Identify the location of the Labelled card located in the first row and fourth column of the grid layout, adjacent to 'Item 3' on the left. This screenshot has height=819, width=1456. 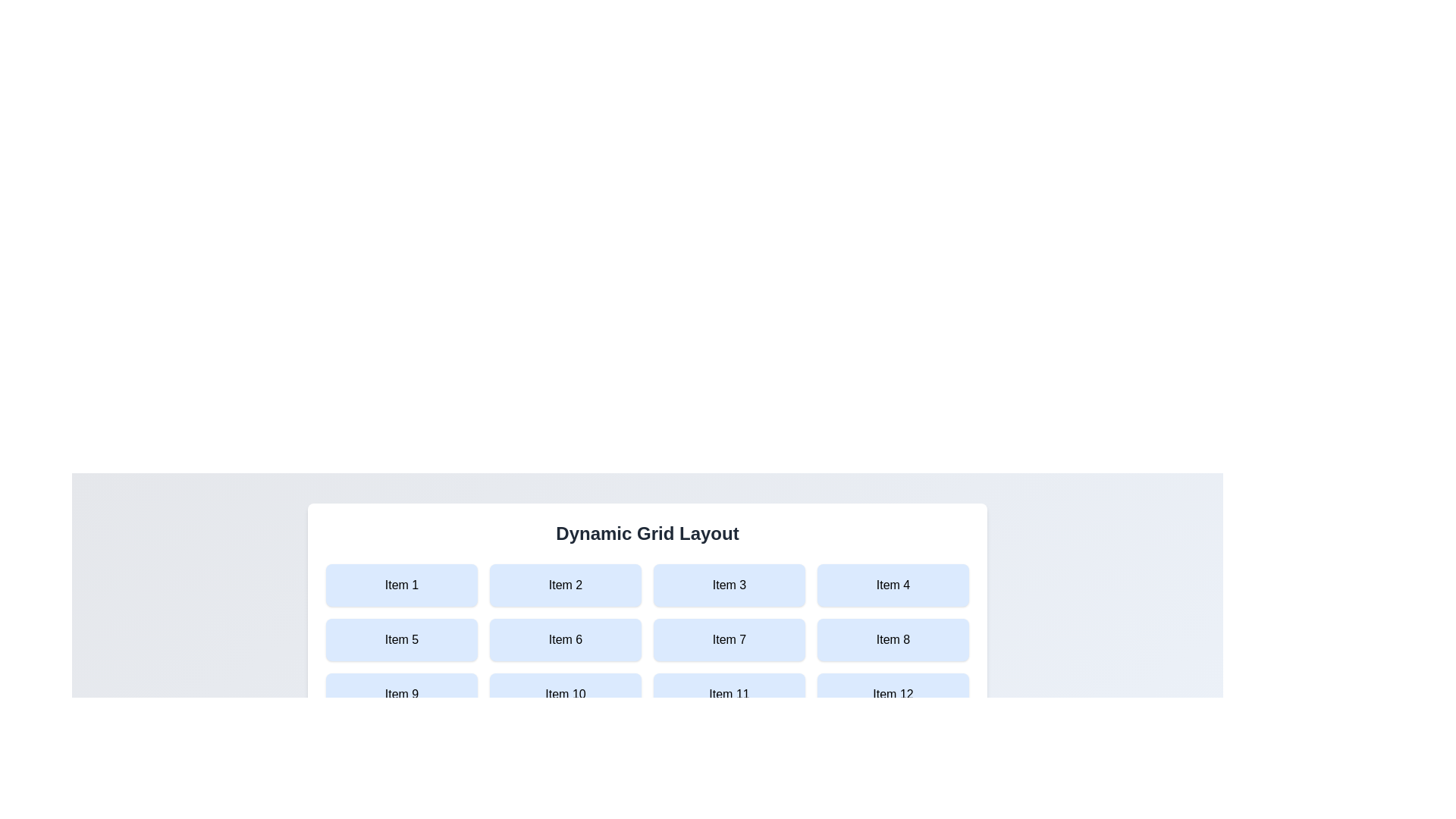
(893, 584).